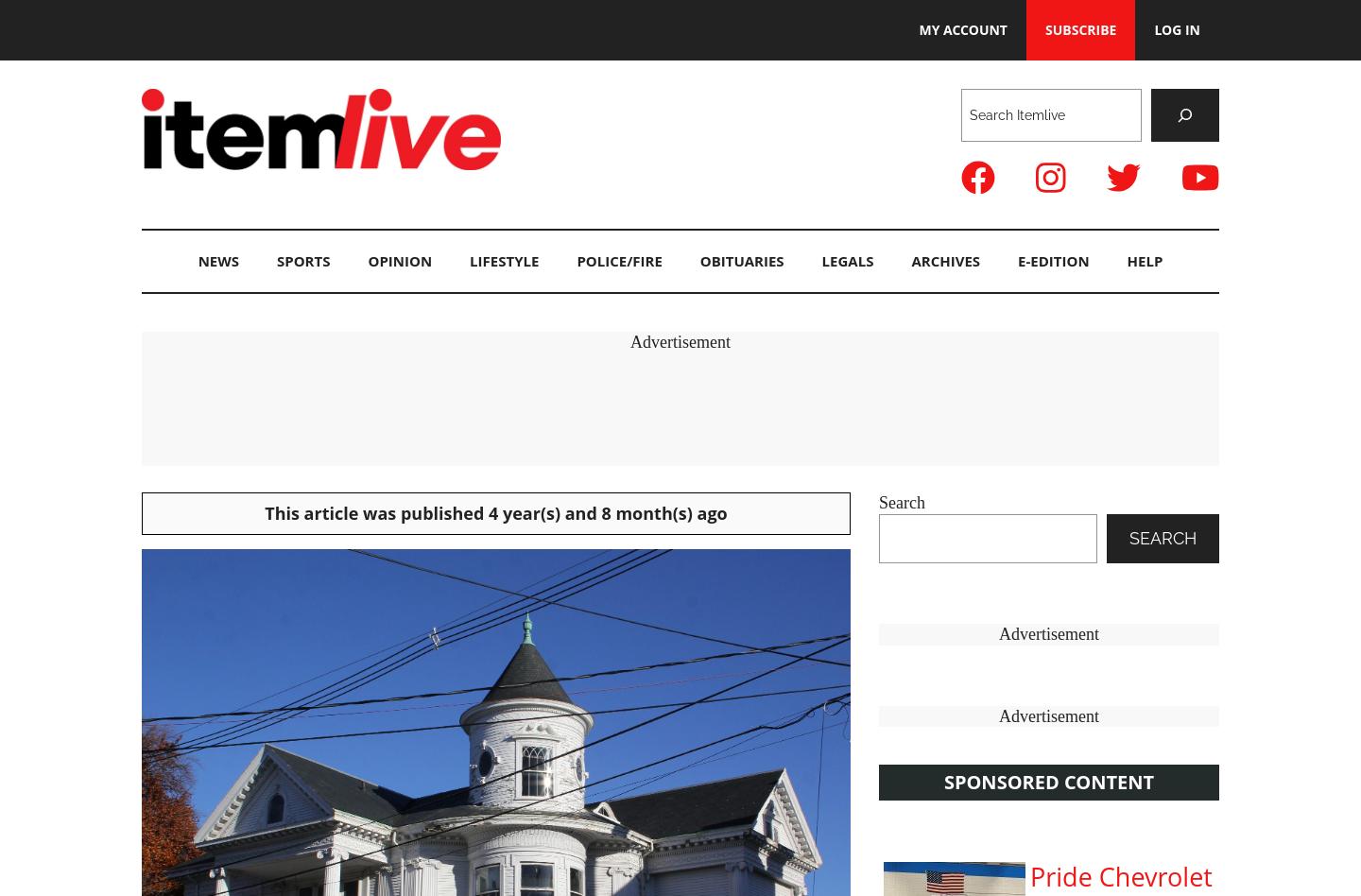 This screenshot has height=896, width=1361. What do you see at coordinates (217, 260) in the screenshot?
I see `'News'` at bounding box center [217, 260].